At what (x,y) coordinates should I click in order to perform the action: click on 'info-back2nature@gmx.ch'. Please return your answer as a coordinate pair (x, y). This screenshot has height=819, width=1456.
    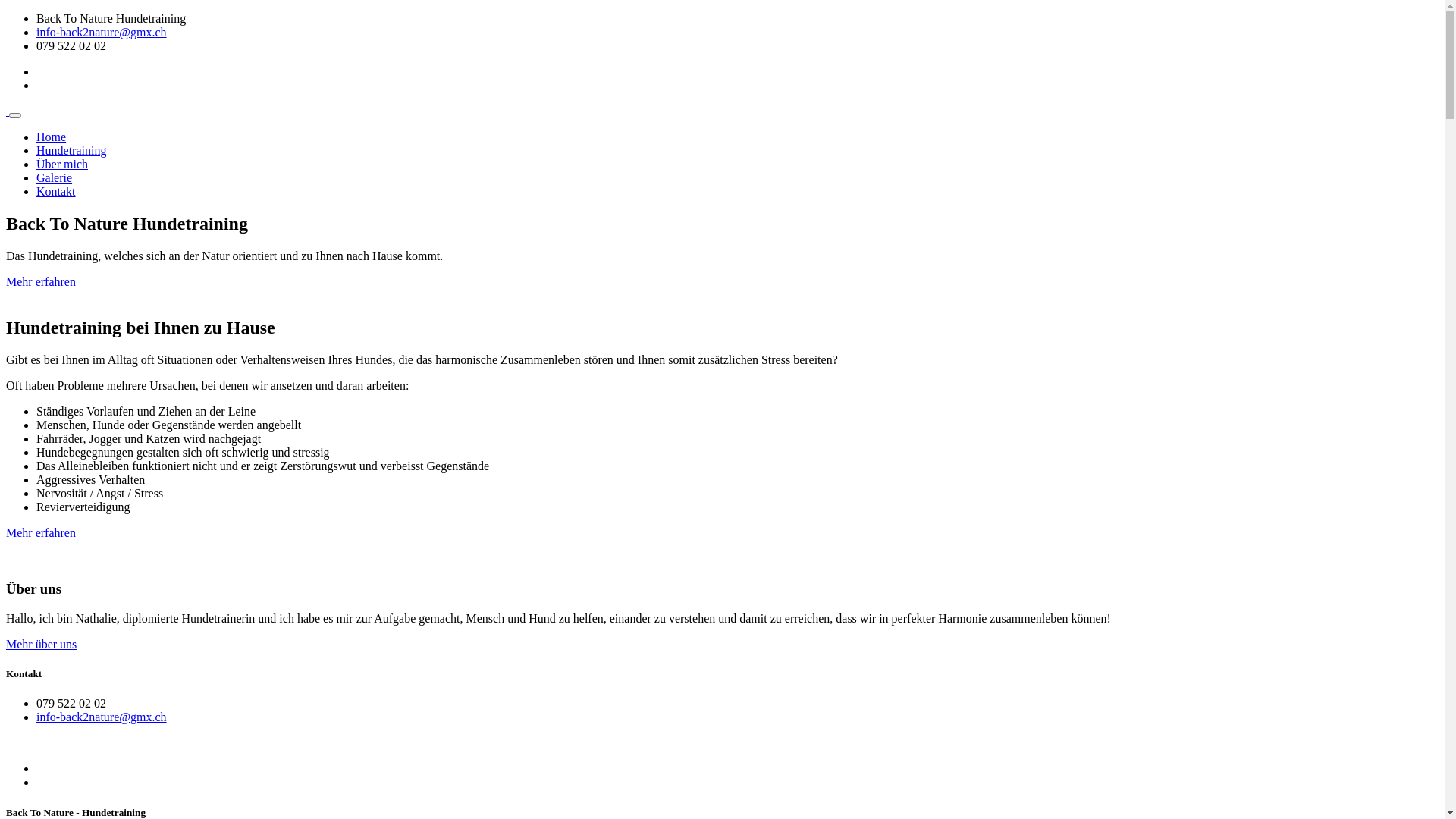
    Looking at the image, I should click on (101, 32).